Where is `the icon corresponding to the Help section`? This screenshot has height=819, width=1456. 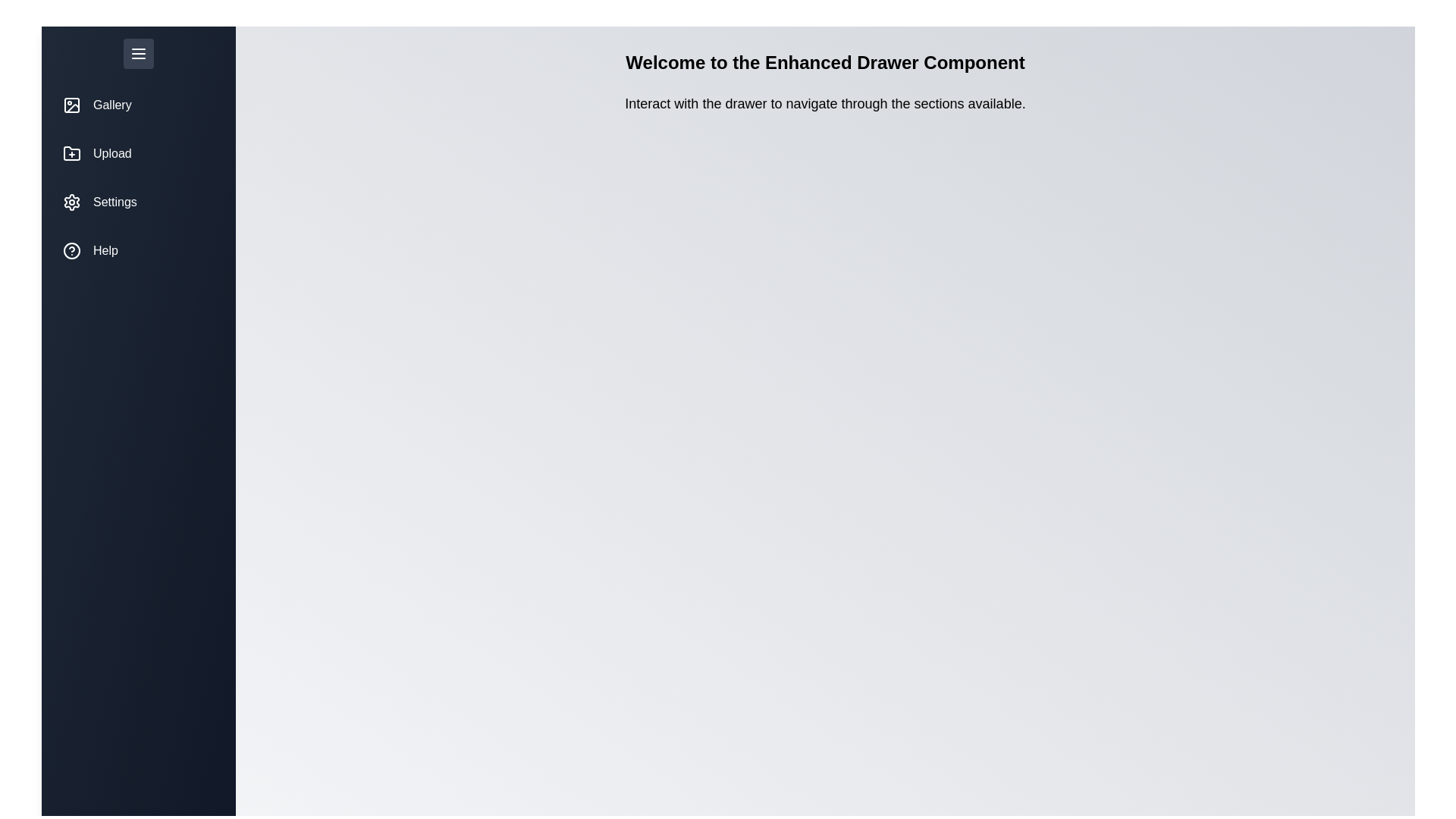
the icon corresponding to the Help section is located at coordinates (71, 250).